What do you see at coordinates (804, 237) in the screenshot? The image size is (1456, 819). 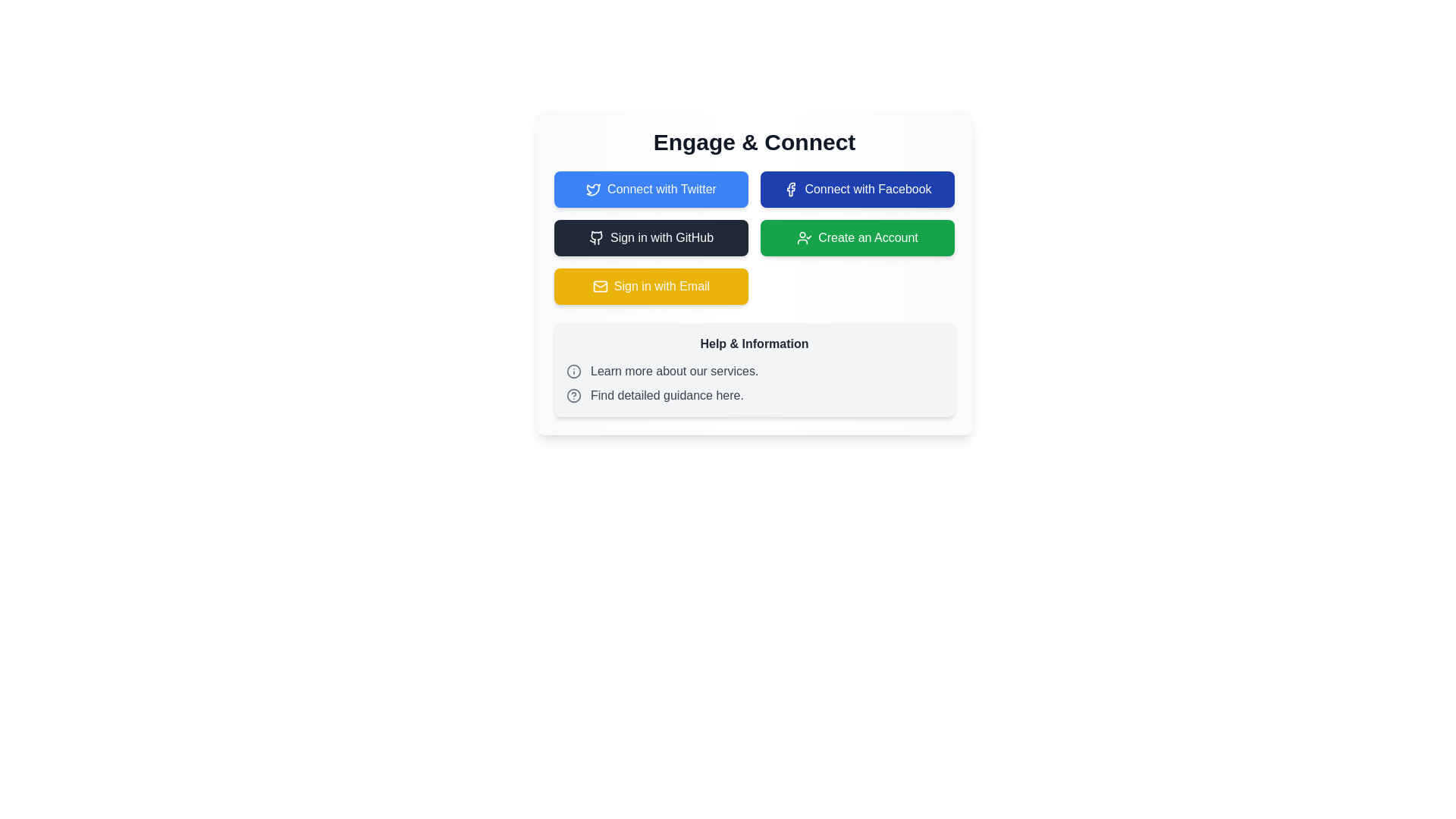 I see `the user account creation icon located to the left of the 'Create an Account' button in the fourth row under 'Engage & Connect'` at bounding box center [804, 237].